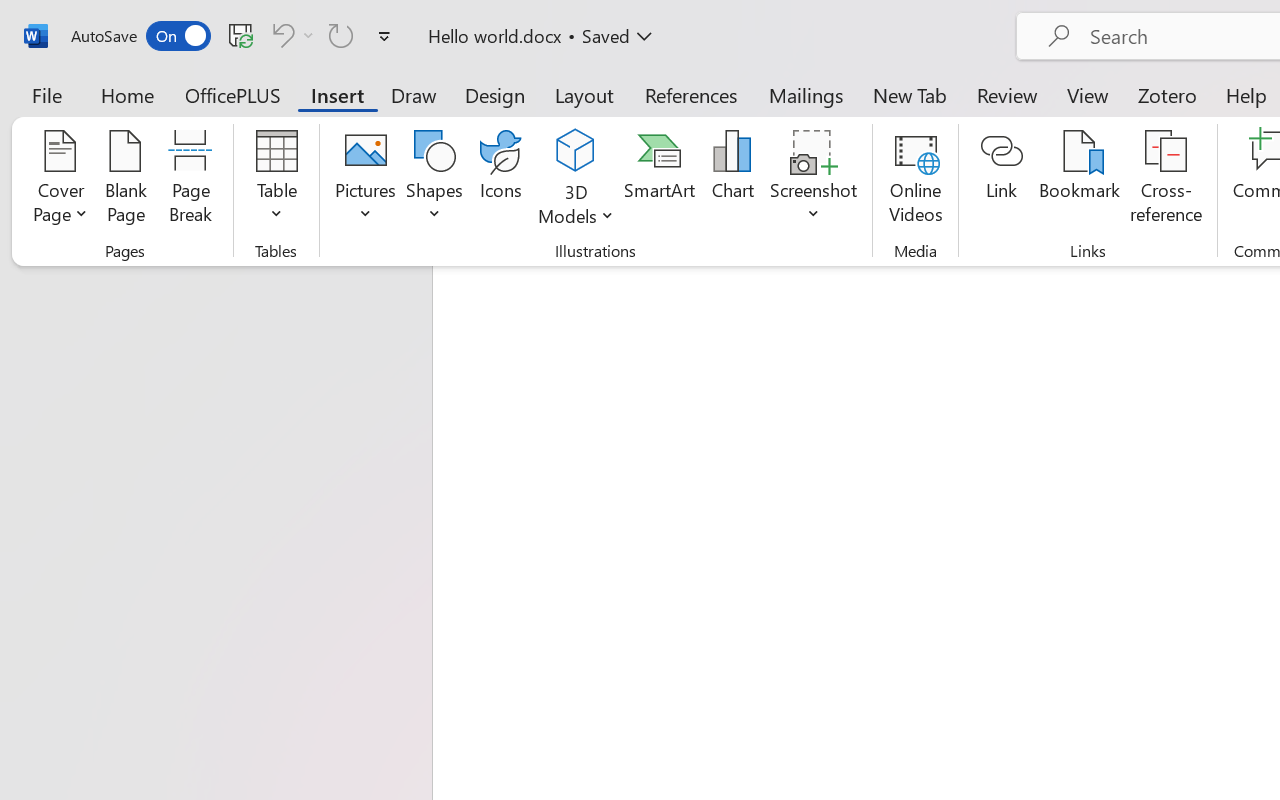  What do you see at coordinates (289, 34) in the screenshot?
I see `'Can'` at bounding box center [289, 34].